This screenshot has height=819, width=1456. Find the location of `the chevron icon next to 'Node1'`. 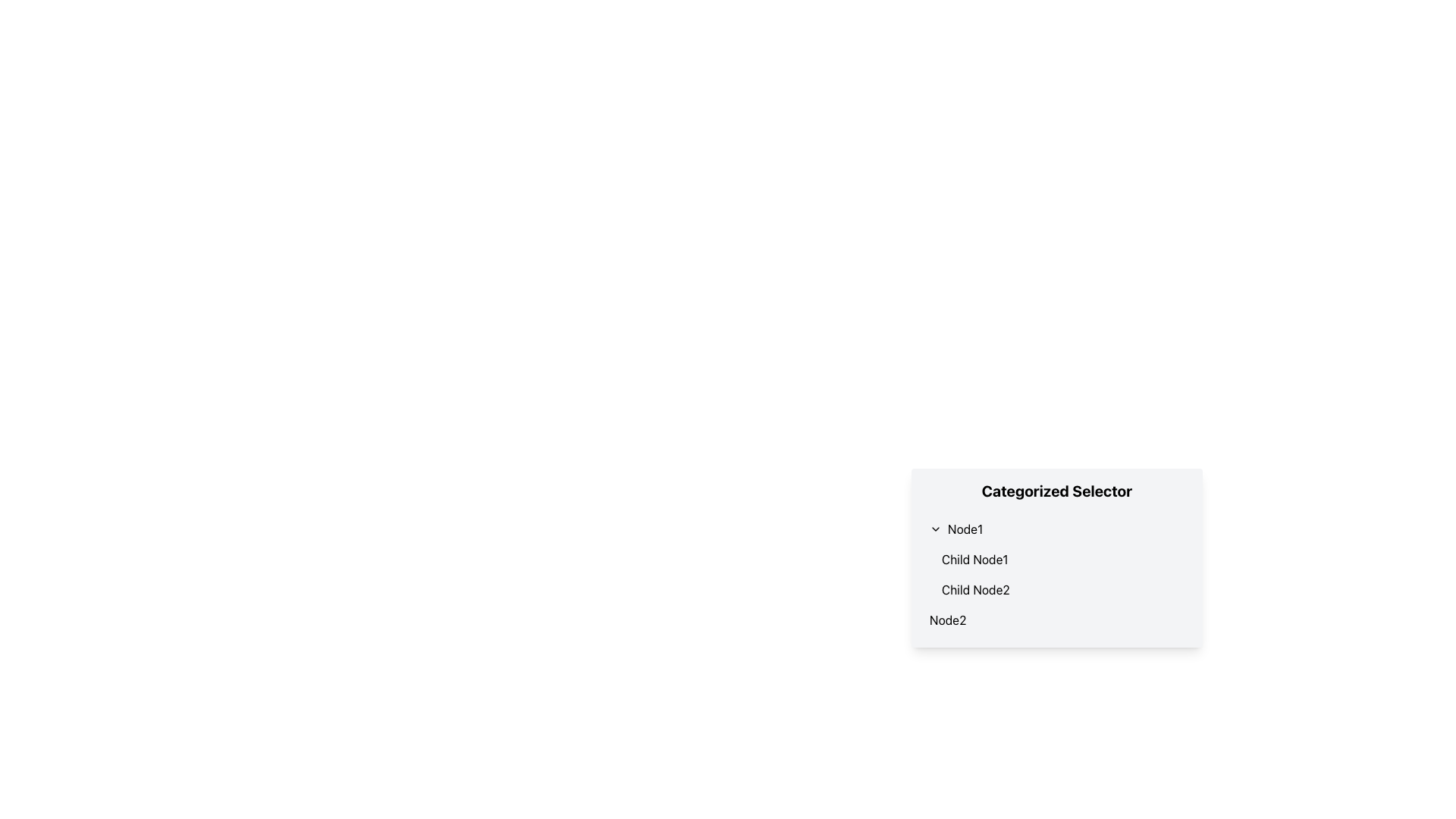

the chevron icon next to 'Node1' is located at coordinates (934, 529).